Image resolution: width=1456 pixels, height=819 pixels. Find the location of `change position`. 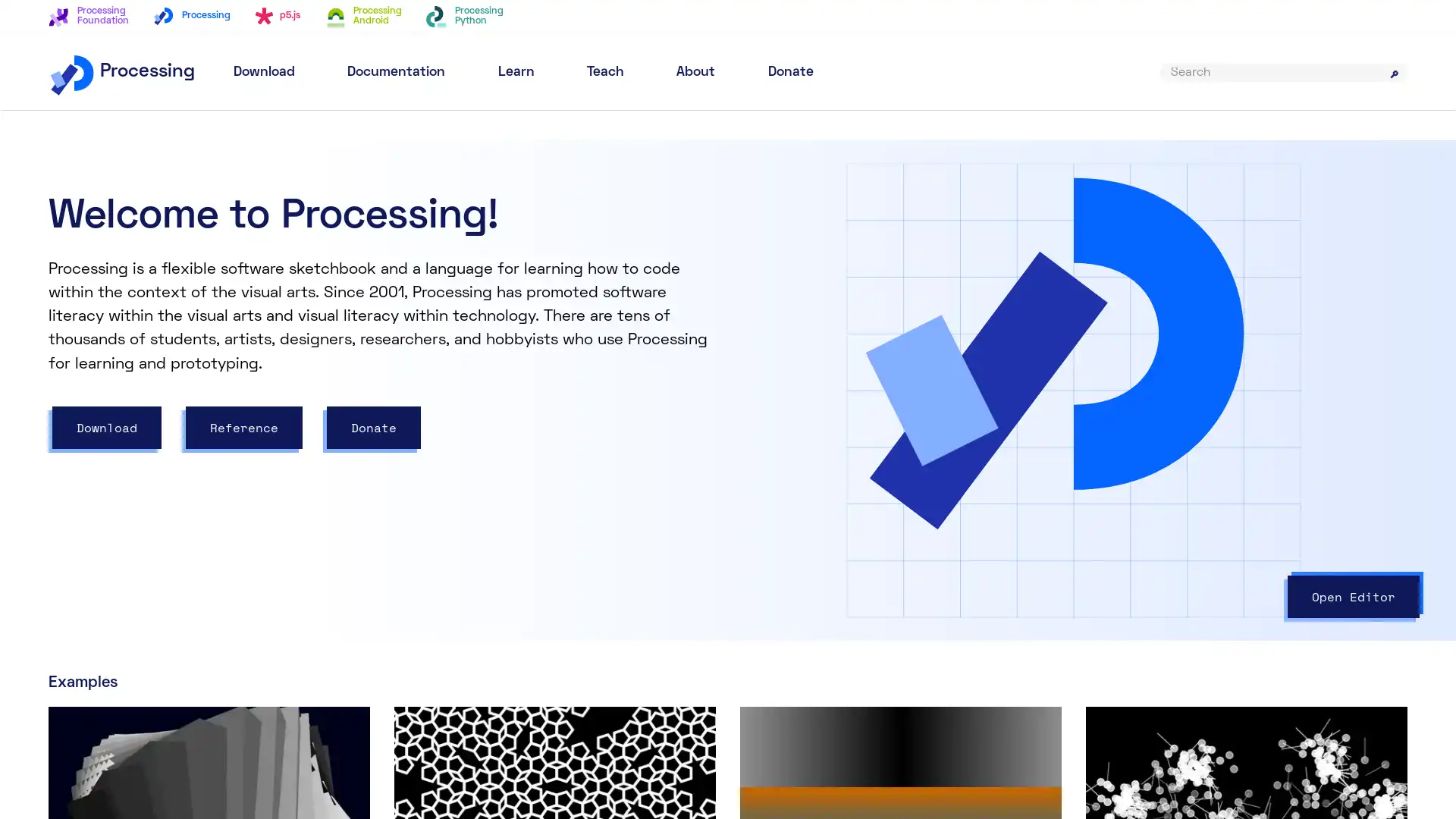

change position is located at coordinates (871, 416).